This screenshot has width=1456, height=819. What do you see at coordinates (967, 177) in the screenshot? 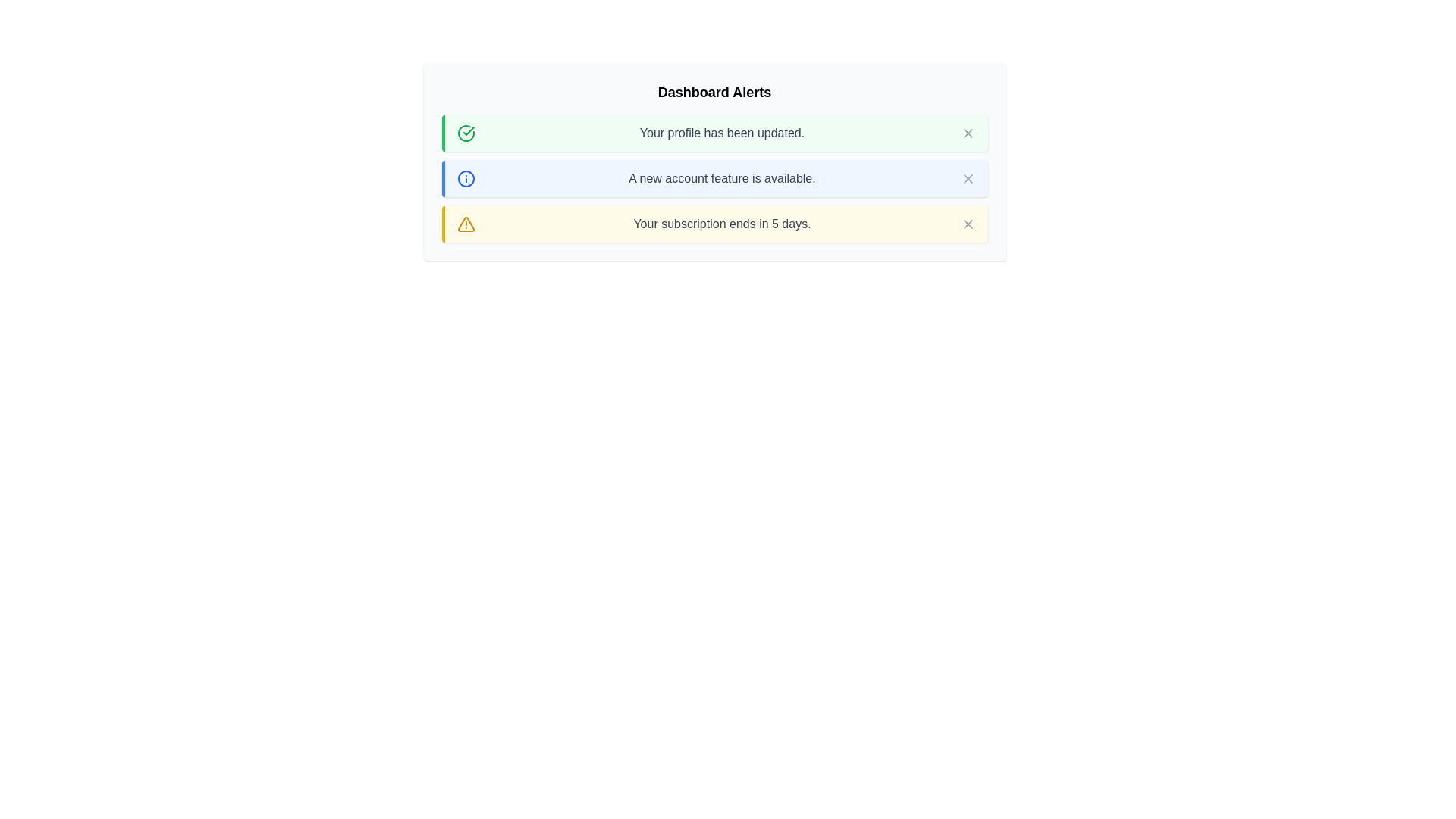
I see `the dismiss icon located on the far right of the second notification panel with a light blue background stating 'A new account feature is available'` at bounding box center [967, 177].